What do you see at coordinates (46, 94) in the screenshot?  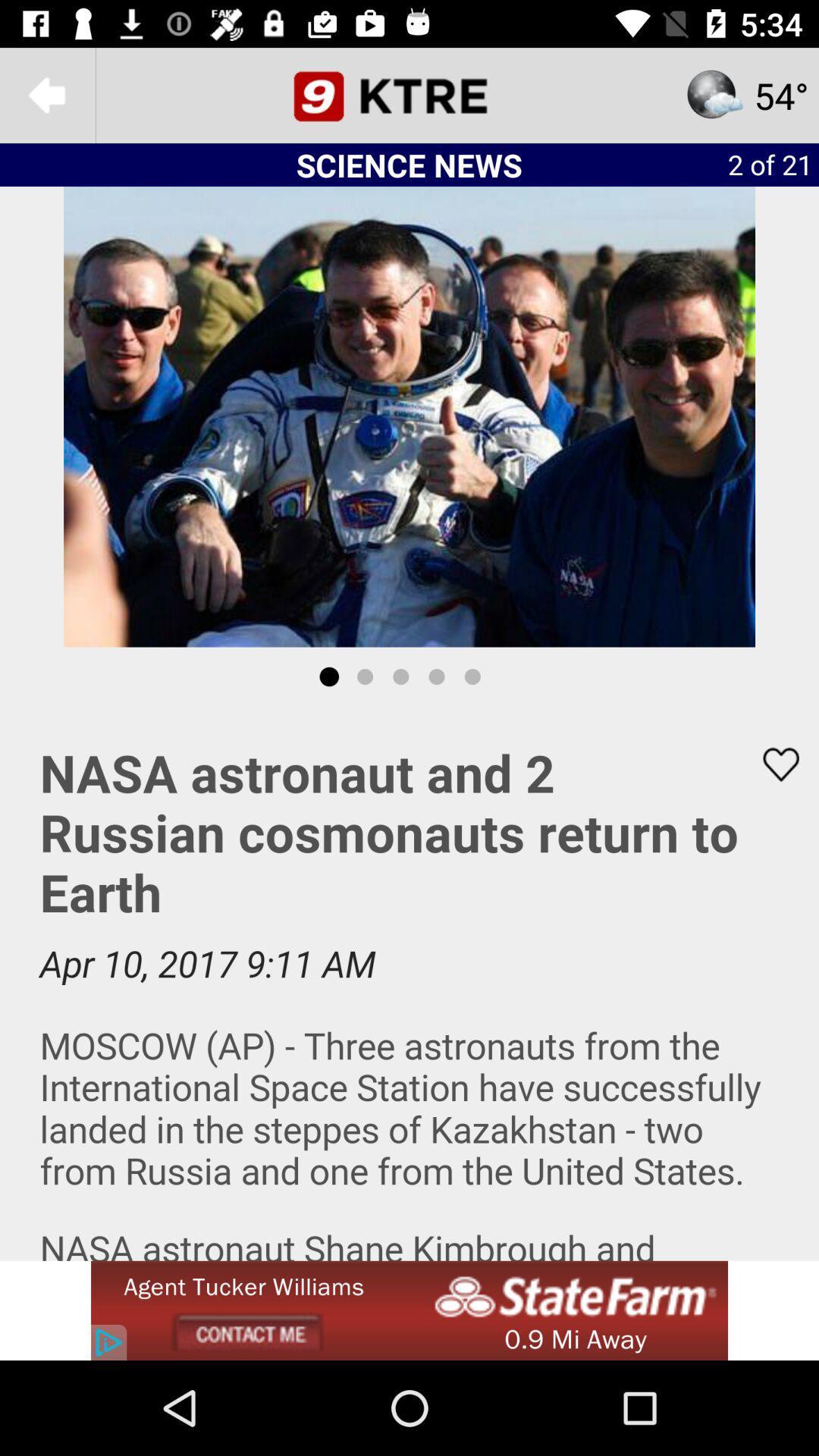 I see `the arrow_backward icon` at bounding box center [46, 94].